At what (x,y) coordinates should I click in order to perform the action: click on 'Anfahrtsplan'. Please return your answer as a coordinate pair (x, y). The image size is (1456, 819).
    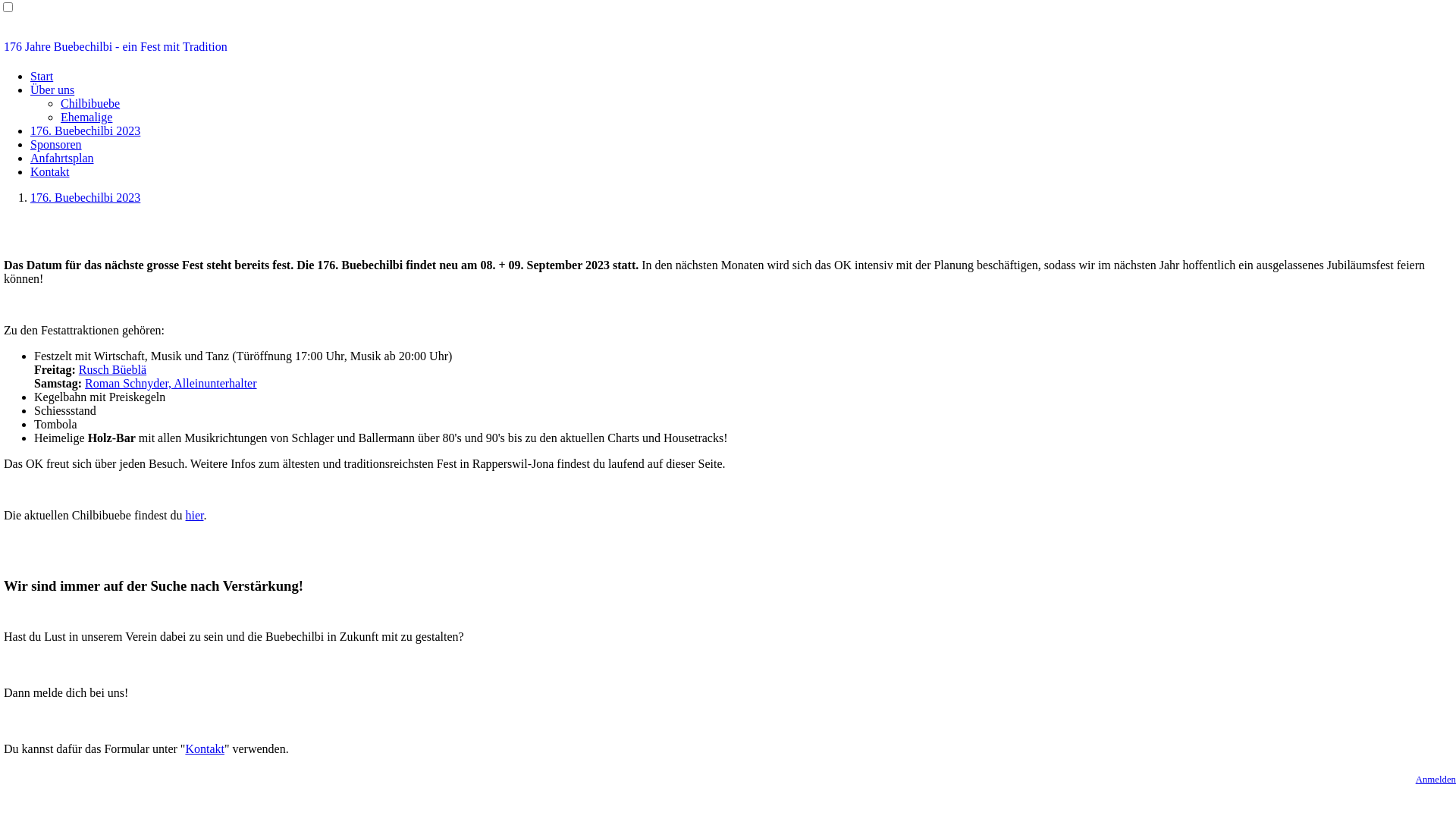
    Looking at the image, I should click on (61, 158).